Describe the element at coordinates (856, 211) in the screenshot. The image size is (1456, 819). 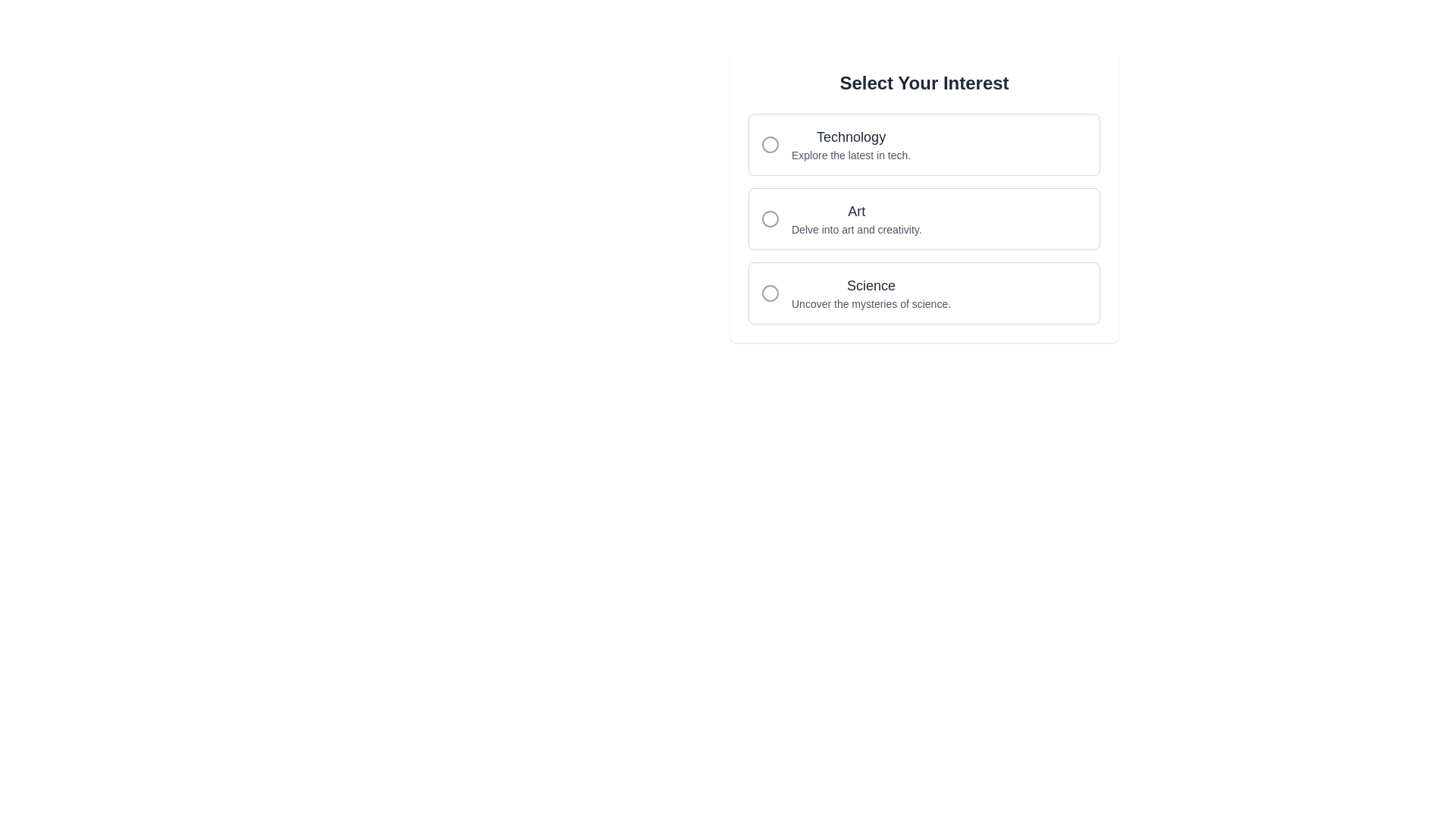
I see `the text label that serves as the section title for the second option card in the 'Select Your Interest' list, which is positioned above the subtitle 'Delve into art and creativity.'` at that location.